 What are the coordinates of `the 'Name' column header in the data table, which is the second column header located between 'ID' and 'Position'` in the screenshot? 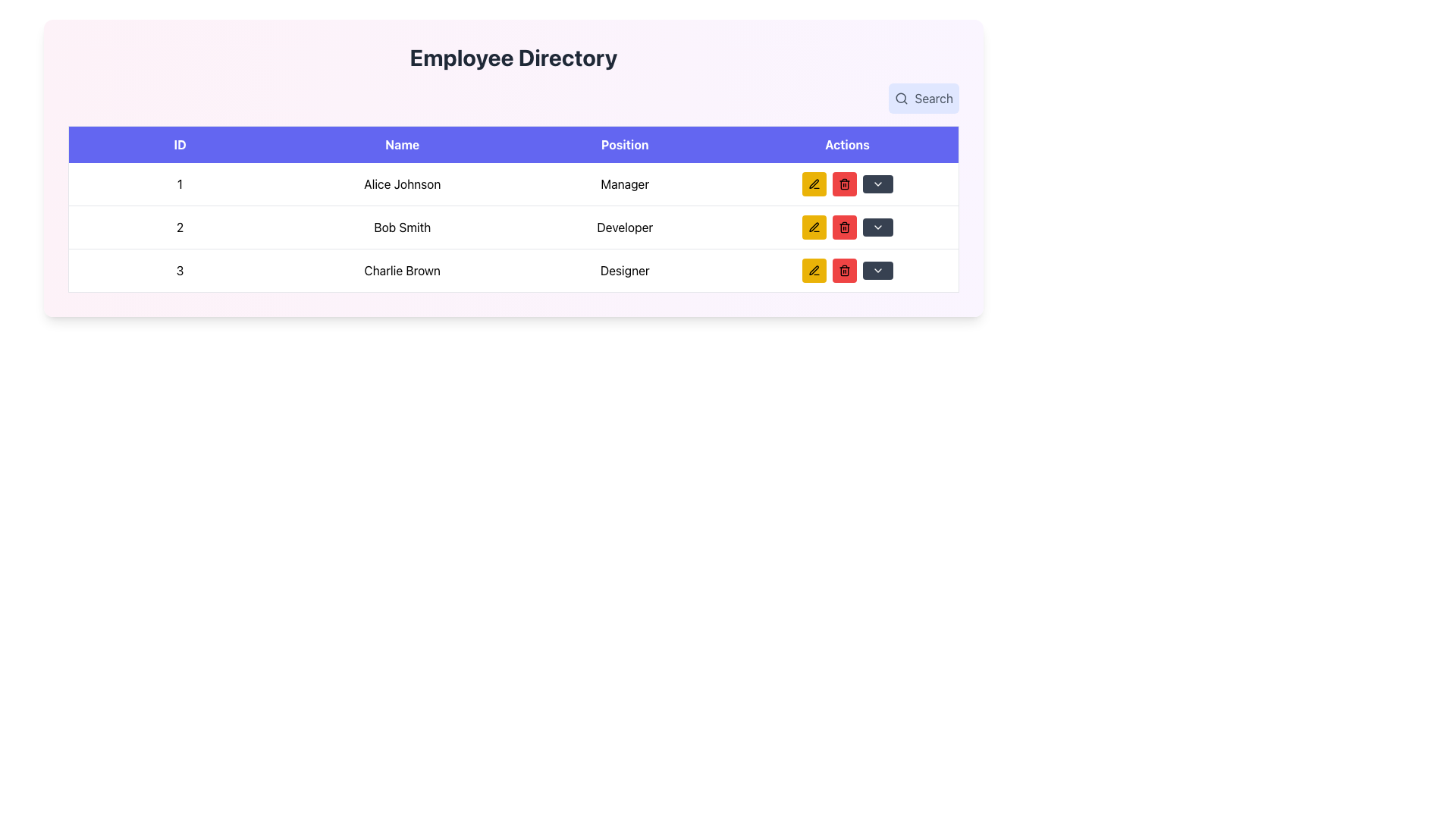 It's located at (402, 144).